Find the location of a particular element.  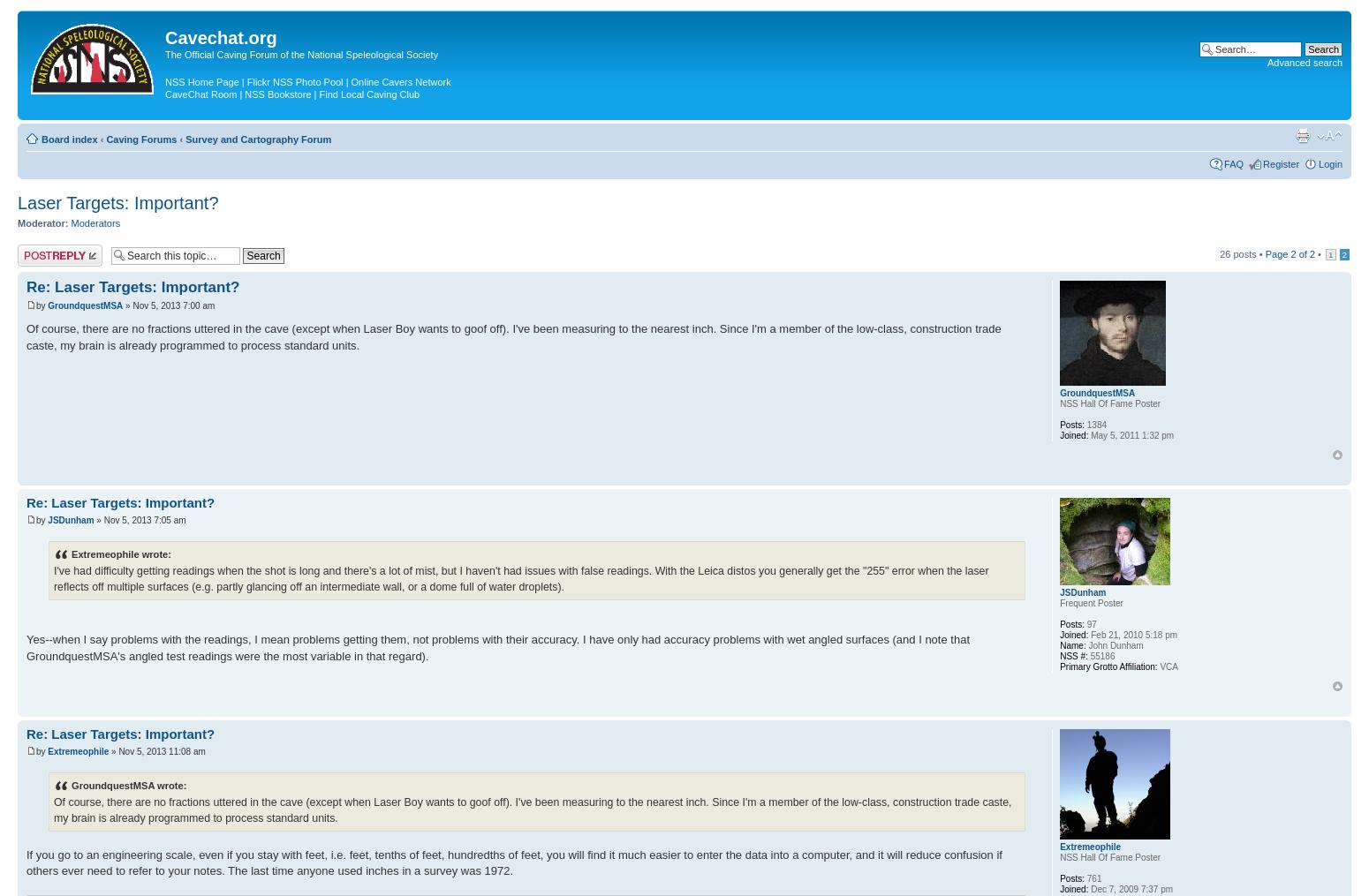

'97' is located at coordinates (1090, 624).